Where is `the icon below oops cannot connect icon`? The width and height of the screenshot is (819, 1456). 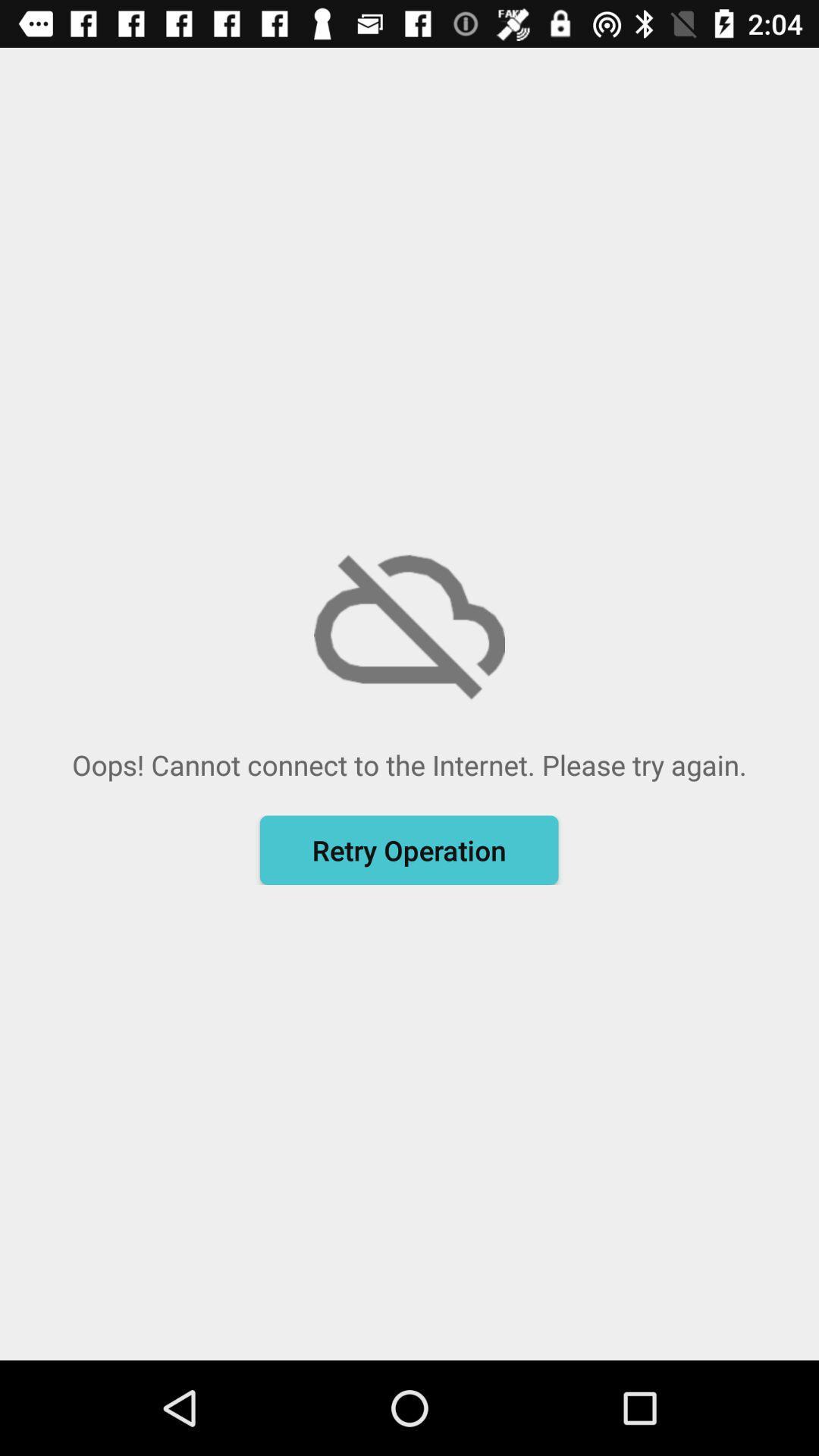 the icon below oops cannot connect icon is located at coordinates (408, 850).